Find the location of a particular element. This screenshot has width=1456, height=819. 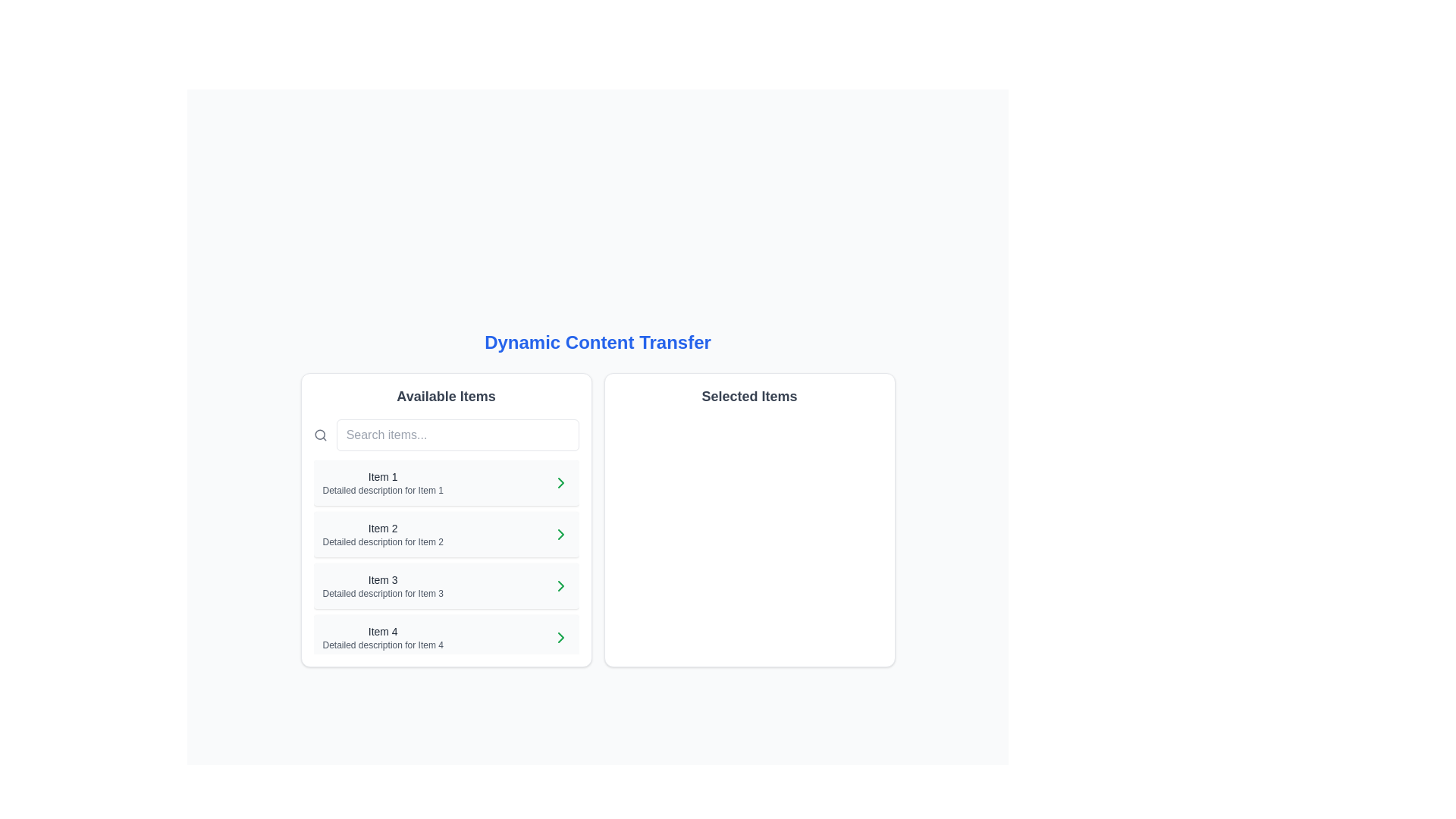

the text label displaying 'Item 2', which is styled in gray with a smaller font size and is part of the 'Available Items' section is located at coordinates (383, 528).